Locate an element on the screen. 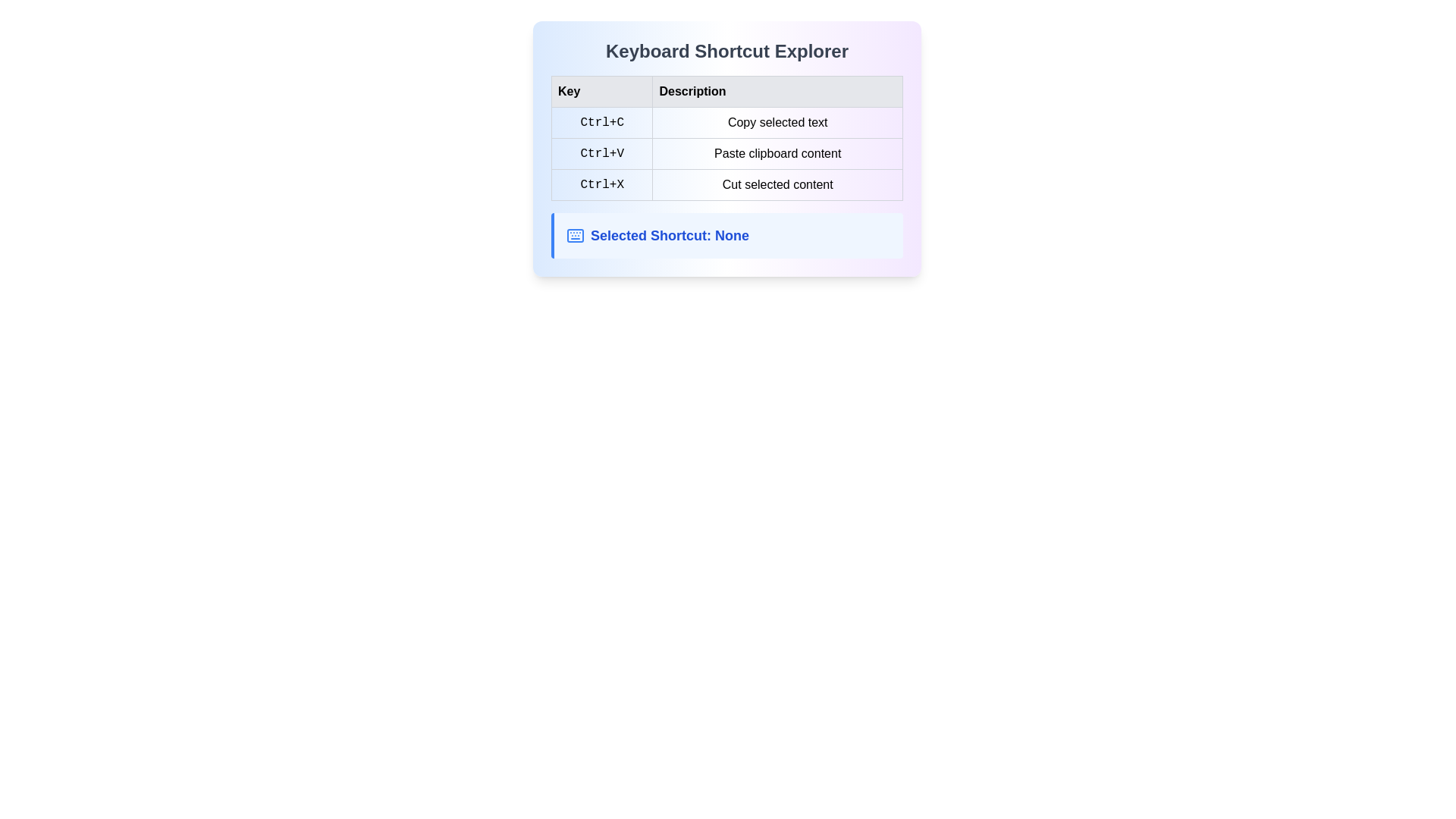  the label that describes the function of the shortcut 'Ctrl+C', which indicates 'Copy selected text'. This label is found in the Key-Description table under the 'Description' column, in the first row corresponding to 'Ctrl+C' is located at coordinates (777, 122).